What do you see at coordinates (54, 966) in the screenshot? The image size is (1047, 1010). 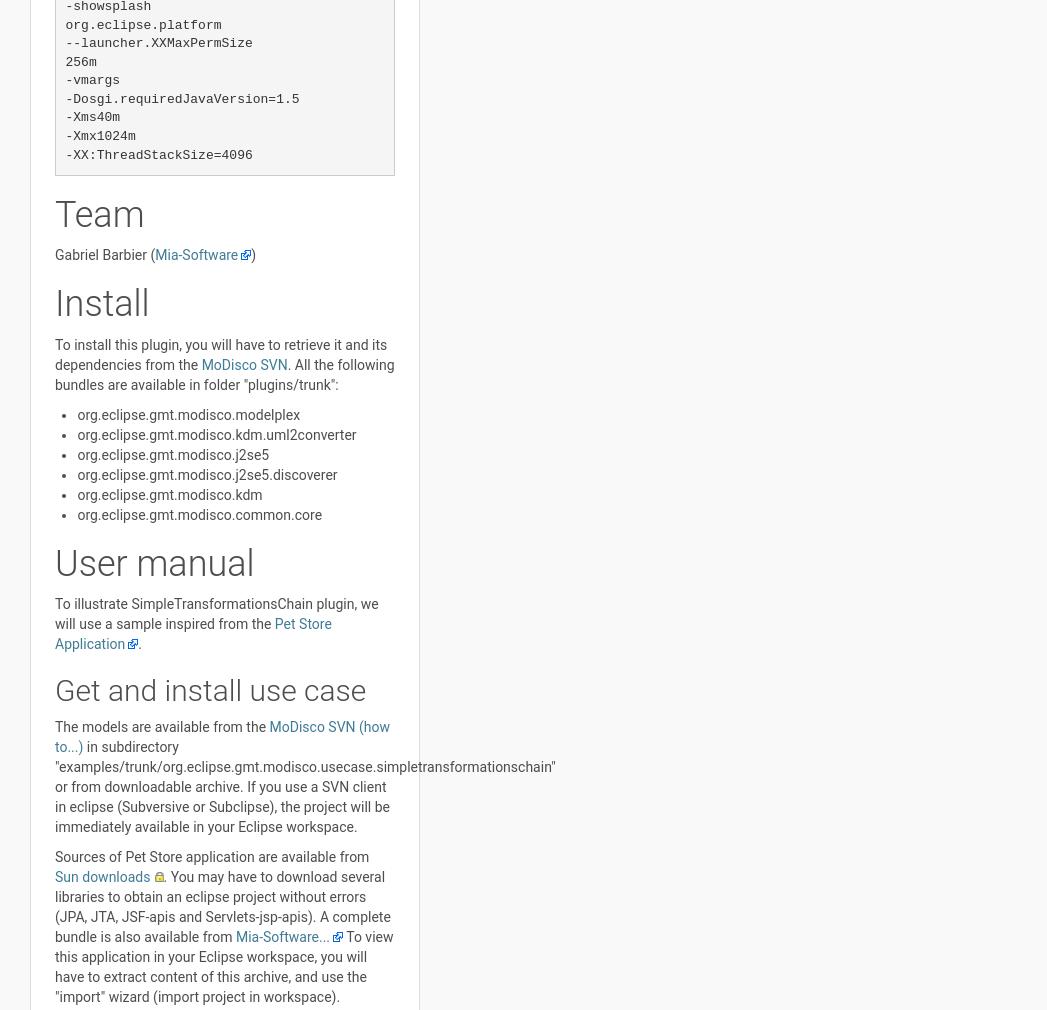 I see `'To view this application in your Eclipse workspace, you will have to extract content of this archive, and use the "import" wizard (import project in workspace).'` at bounding box center [54, 966].